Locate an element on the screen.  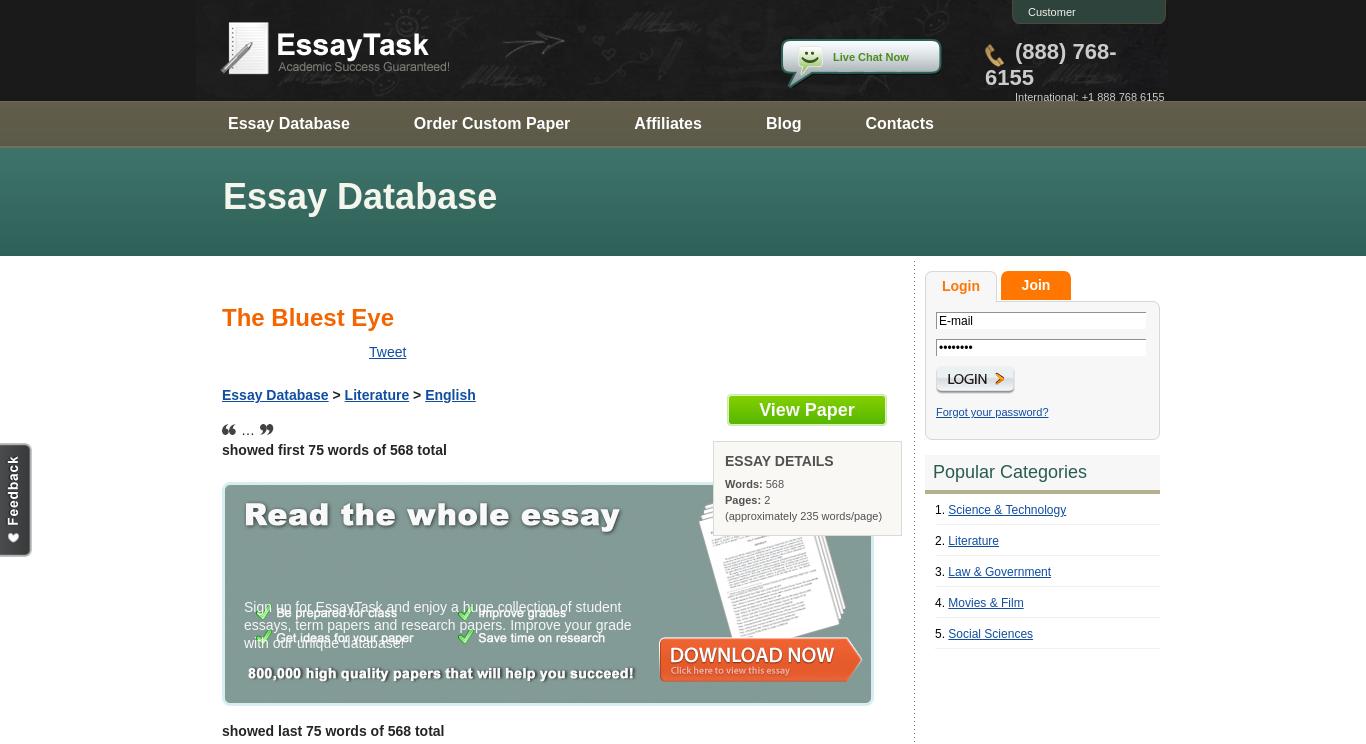
'Help' is located at coordinates (1077, 35).